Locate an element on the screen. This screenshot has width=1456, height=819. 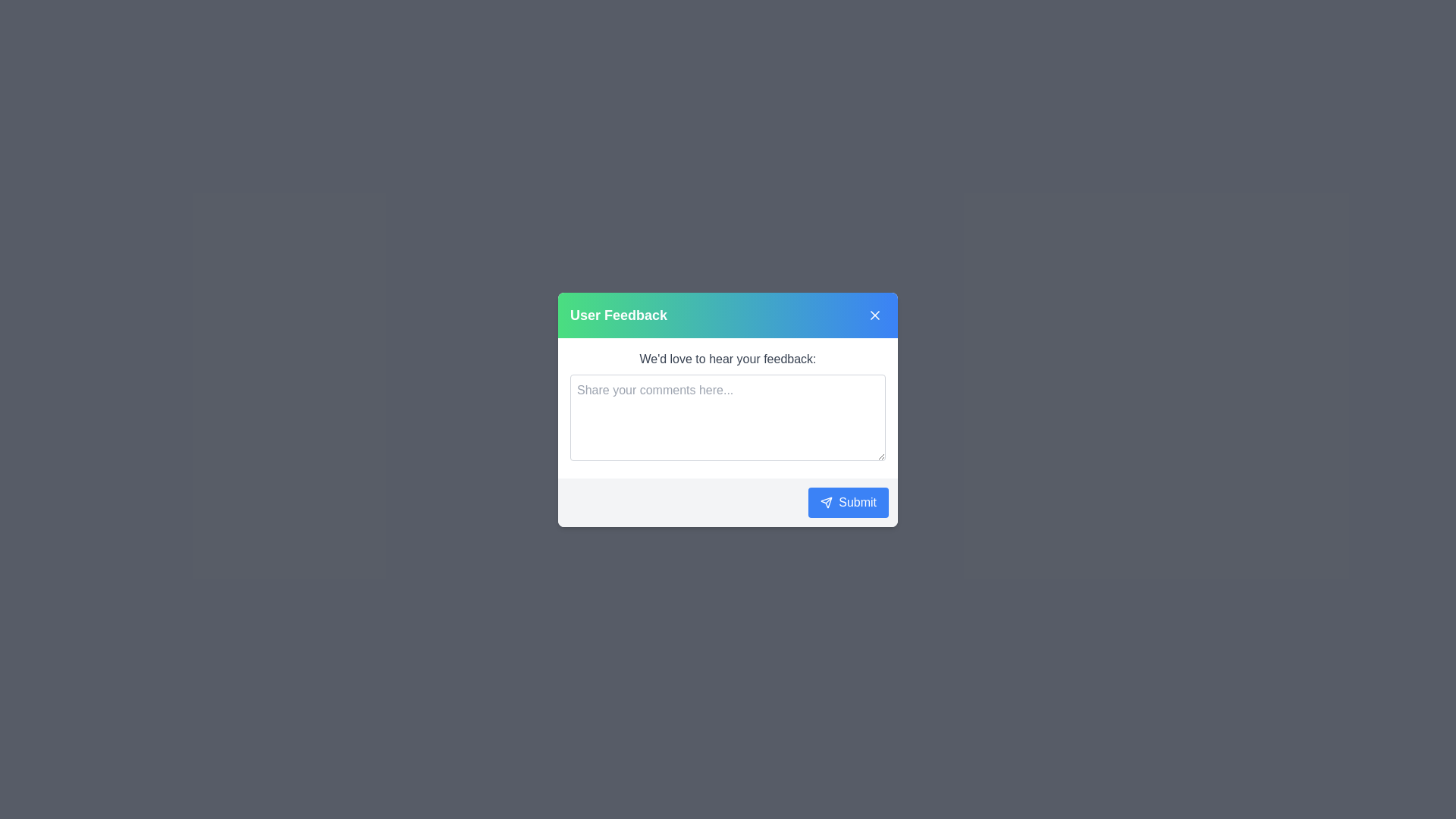
the Text label prompting for user feedback located within the modal dialog box, positioned below the heading 'User Feedback' and above the text input area is located at coordinates (728, 359).